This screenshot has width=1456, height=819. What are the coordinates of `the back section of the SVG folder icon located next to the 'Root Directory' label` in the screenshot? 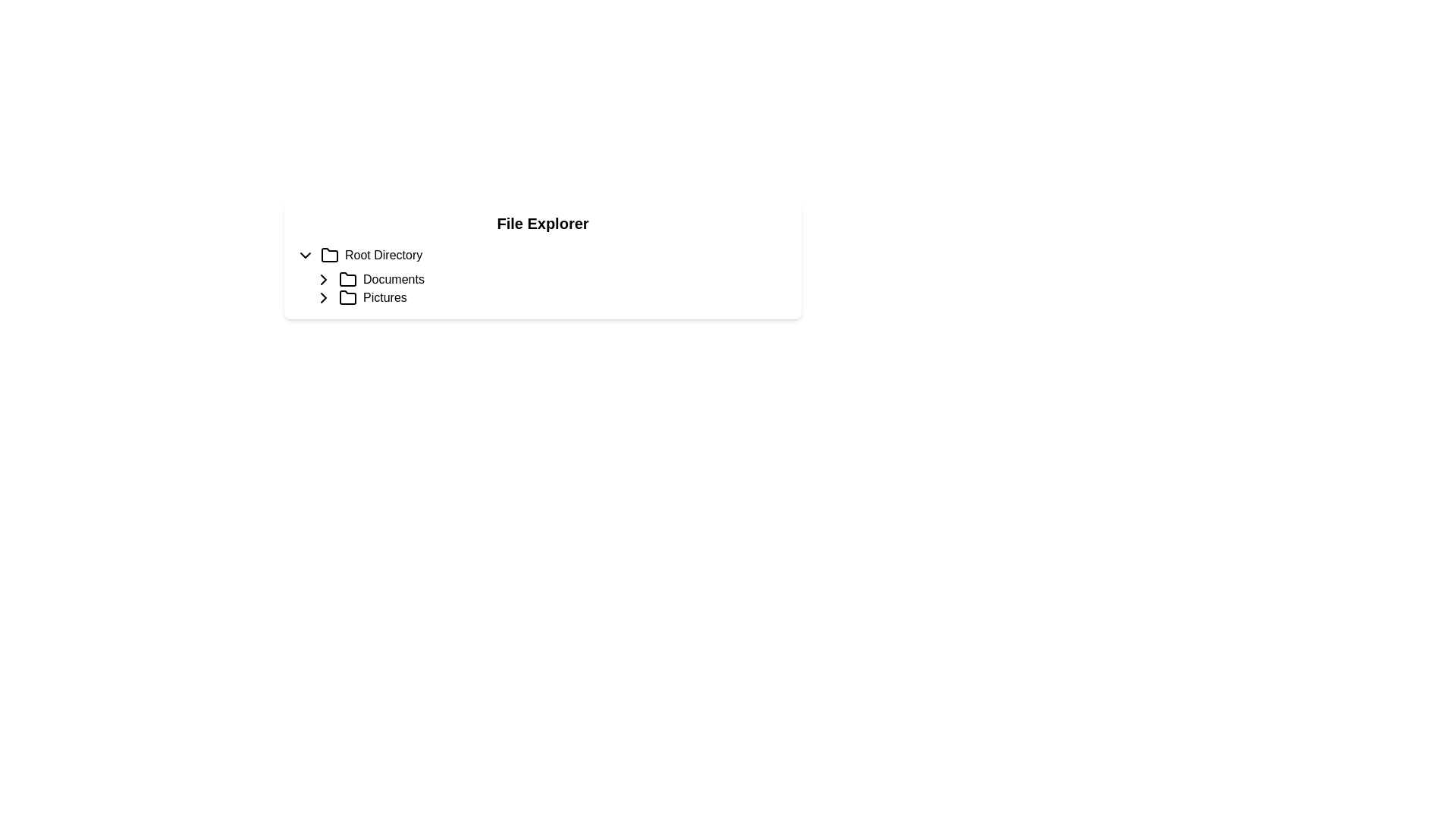 It's located at (329, 254).